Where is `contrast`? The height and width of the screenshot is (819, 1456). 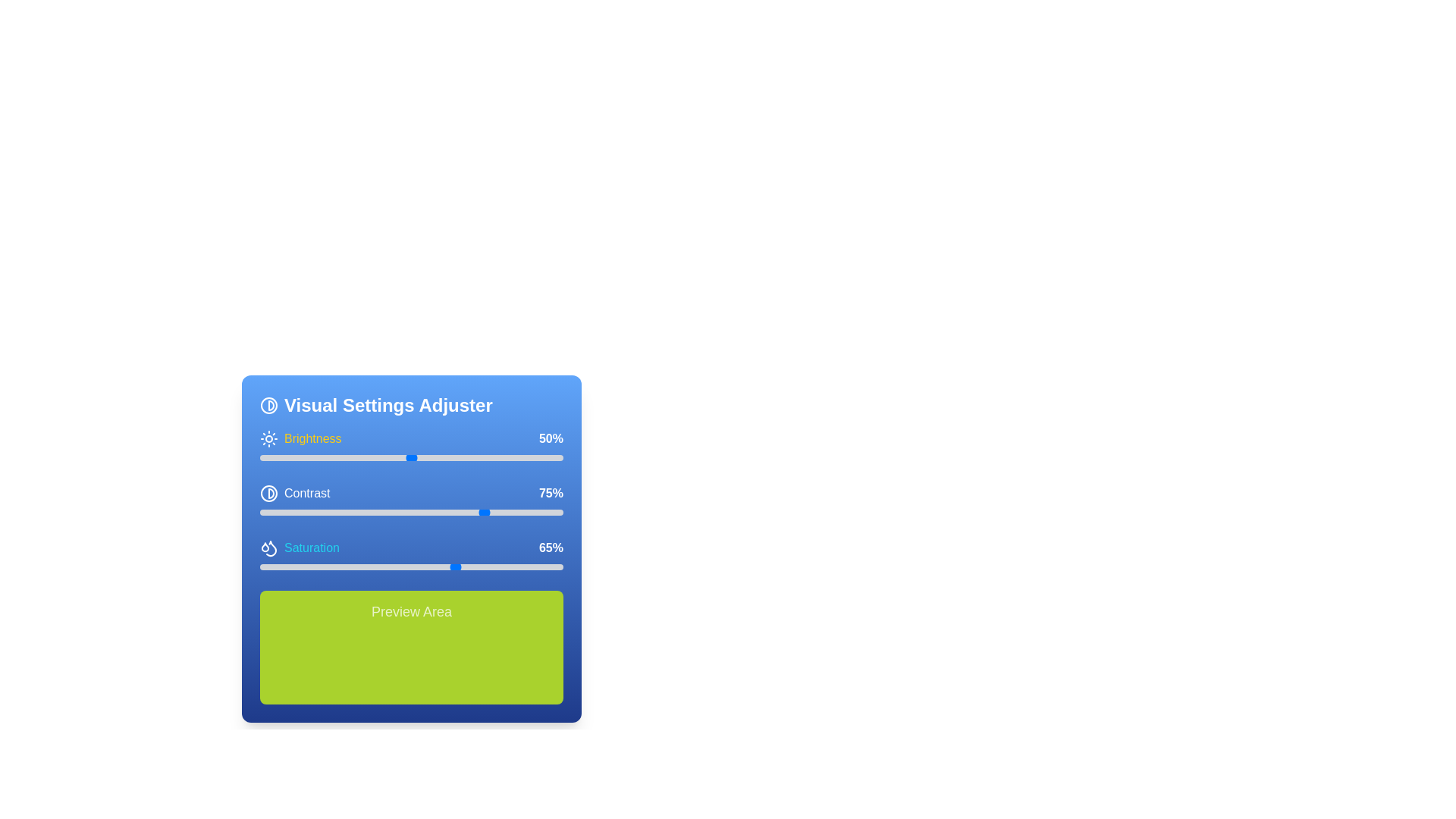 contrast is located at coordinates (308, 512).